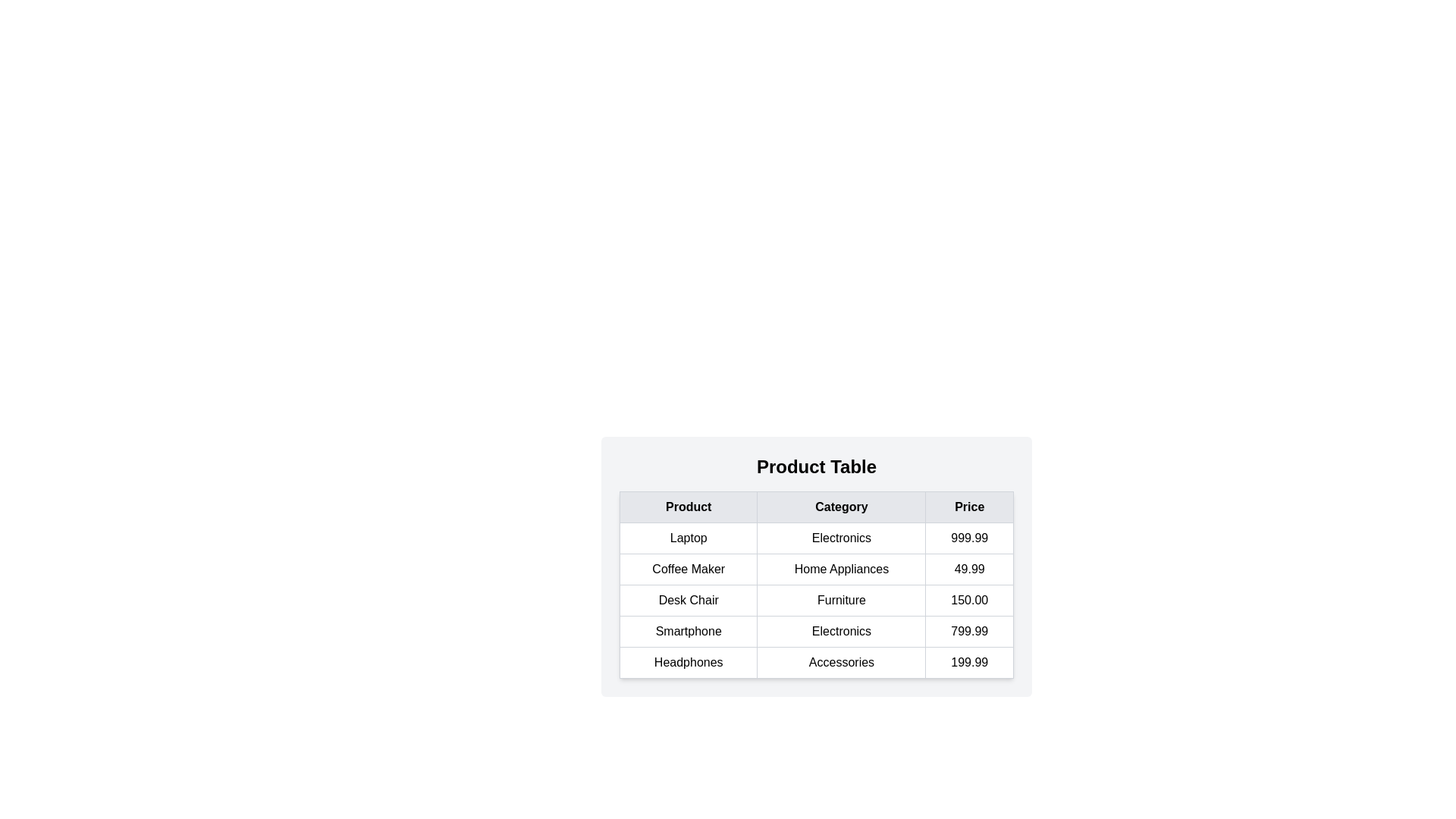 The height and width of the screenshot is (819, 1456). Describe the element at coordinates (688, 507) in the screenshot. I see `the leftmost column header of the table that indicates product-related data` at that location.